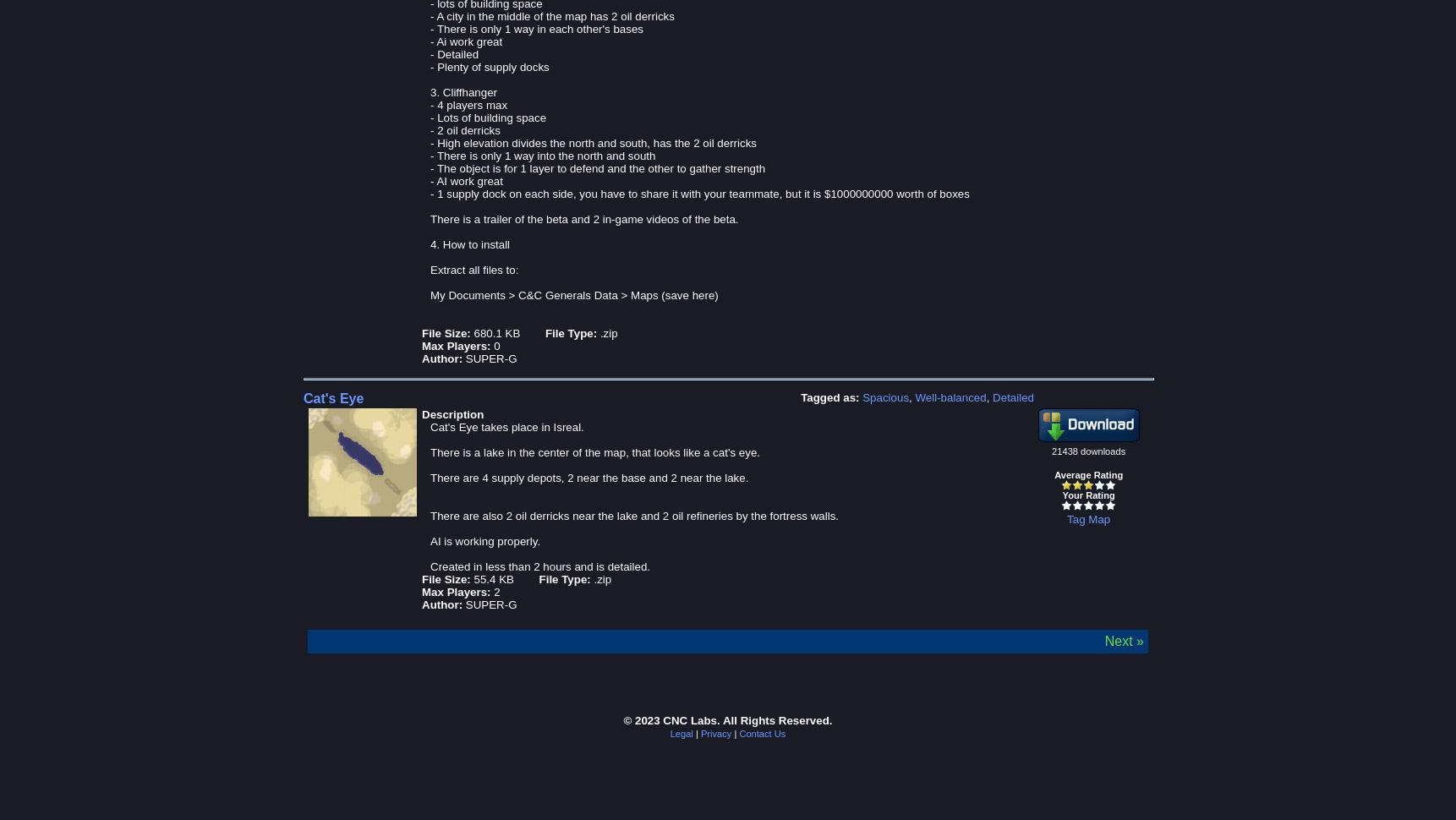 The height and width of the screenshot is (820, 1456). Describe the element at coordinates (430, 15) in the screenshot. I see `'- A city in the middle of the map has 2 oil derricks'` at that location.